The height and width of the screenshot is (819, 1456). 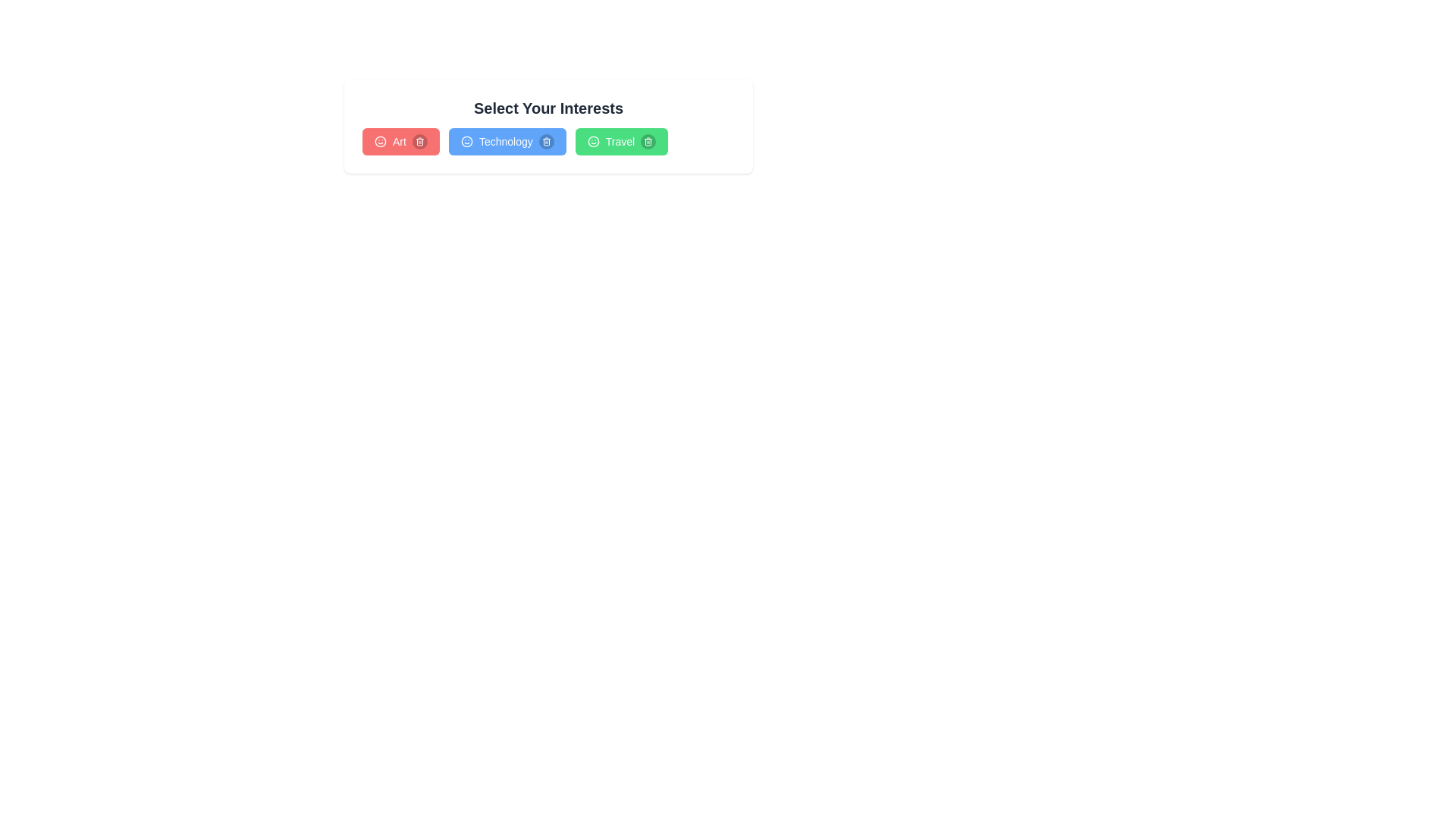 What do you see at coordinates (507, 141) in the screenshot?
I see `the button corresponding to Technology to select it` at bounding box center [507, 141].